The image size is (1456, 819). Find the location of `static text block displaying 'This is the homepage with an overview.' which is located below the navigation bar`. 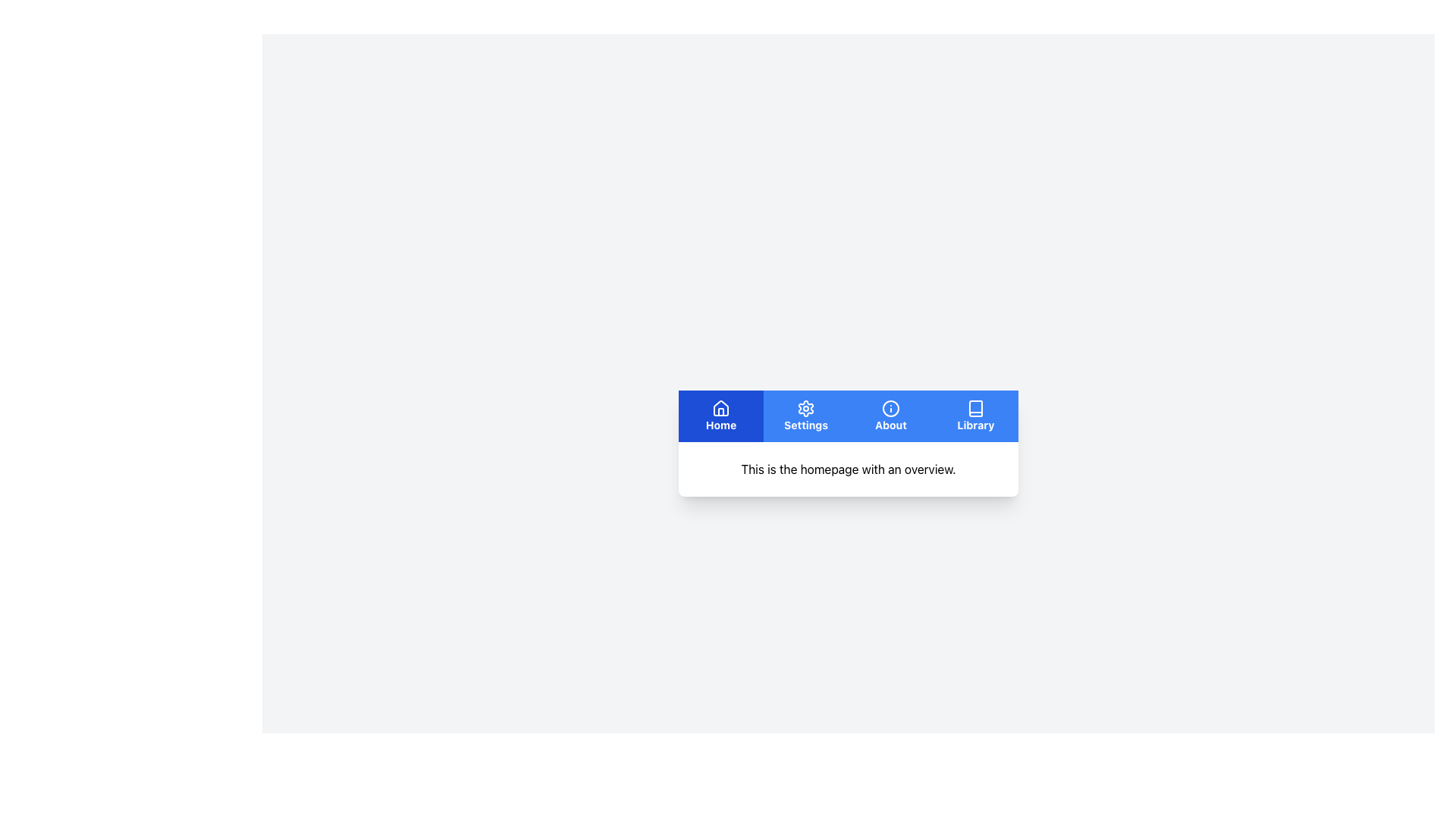

static text block displaying 'This is the homepage with an overview.' which is located below the navigation bar is located at coordinates (847, 468).